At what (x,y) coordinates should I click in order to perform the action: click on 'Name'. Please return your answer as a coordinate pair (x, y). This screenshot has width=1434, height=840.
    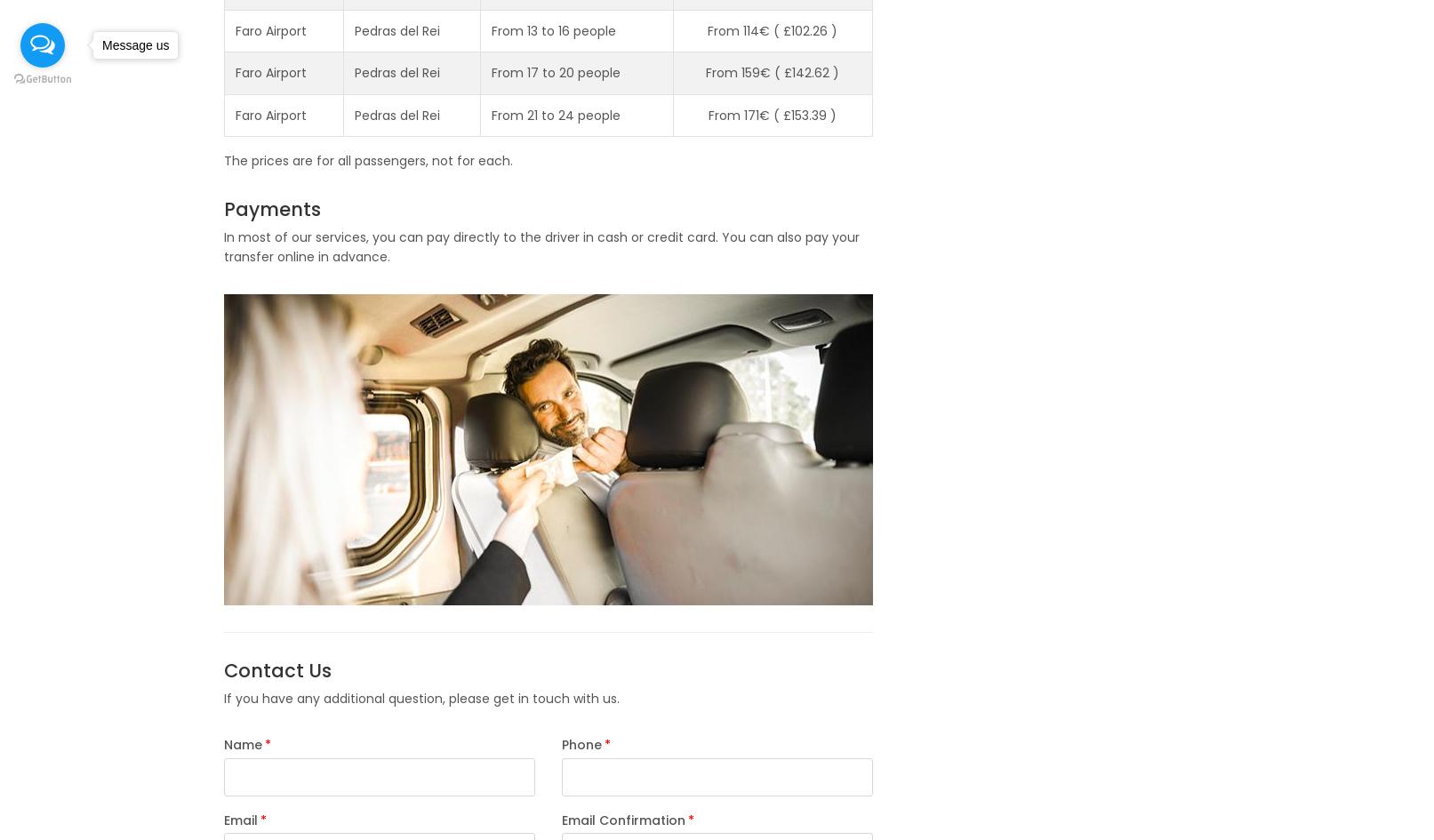
    Looking at the image, I should click on (241, 745).